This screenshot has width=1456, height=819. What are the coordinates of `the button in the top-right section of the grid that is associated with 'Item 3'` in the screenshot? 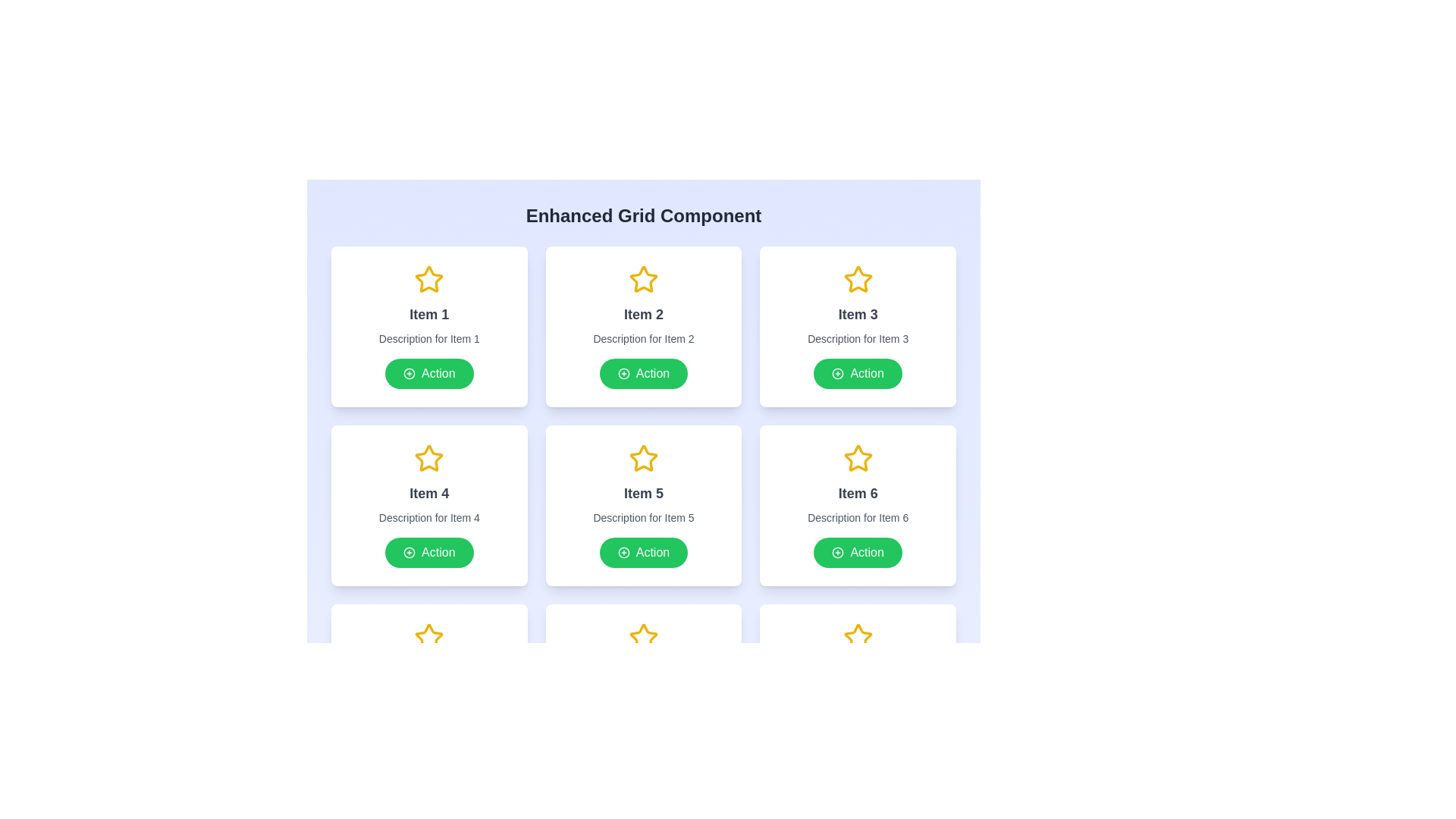 It's located at (858, 374).